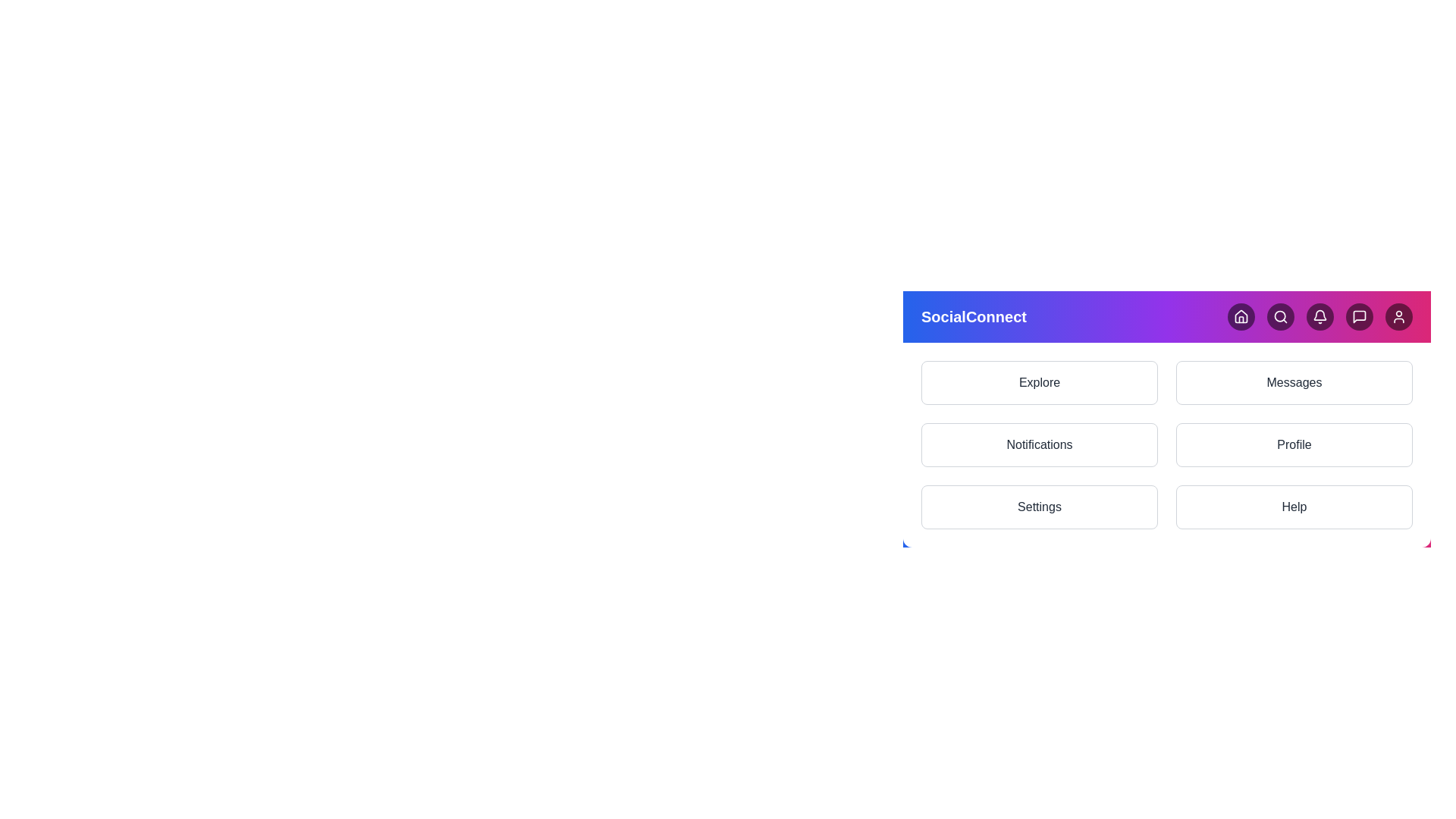  What do you see at coordinates (1039, 507) in the screenshot?
I see `the navigation option labeled Settings` at bounding box center [1039, 507].